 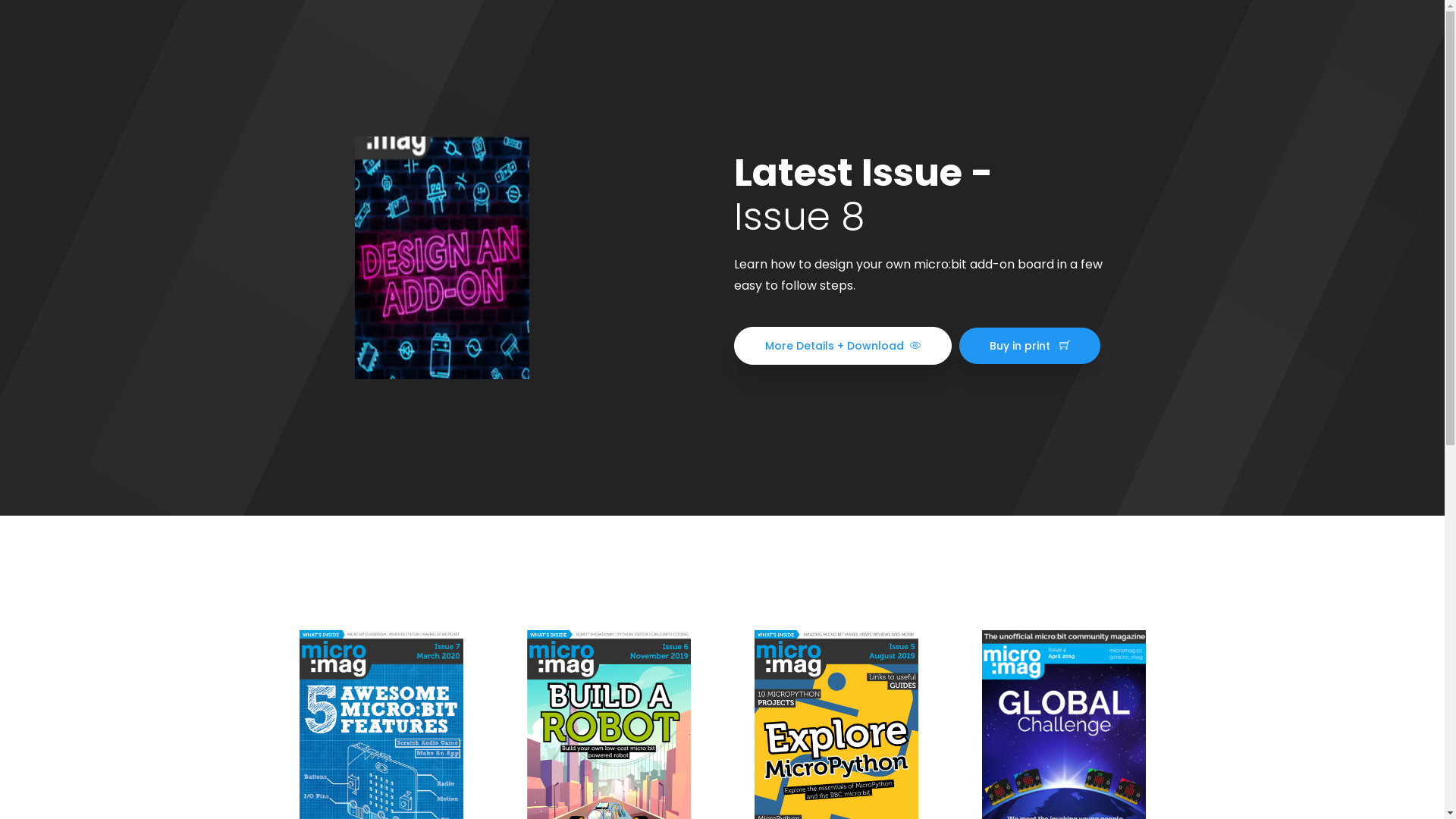 I want to click on 'More Details + Download', so click(x=842, y=345).